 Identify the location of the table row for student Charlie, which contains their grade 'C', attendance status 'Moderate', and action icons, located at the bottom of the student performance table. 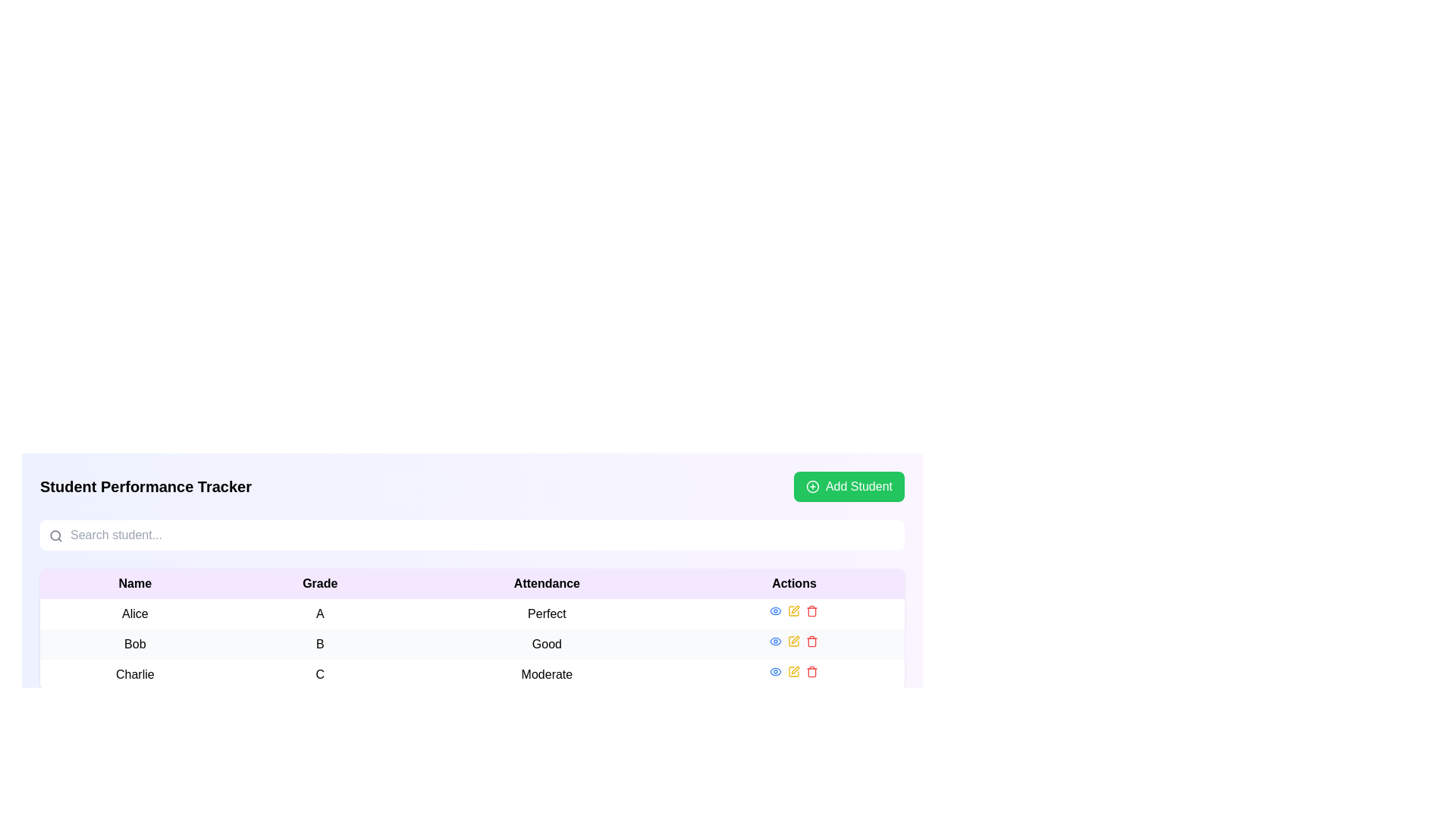
(472, 674).